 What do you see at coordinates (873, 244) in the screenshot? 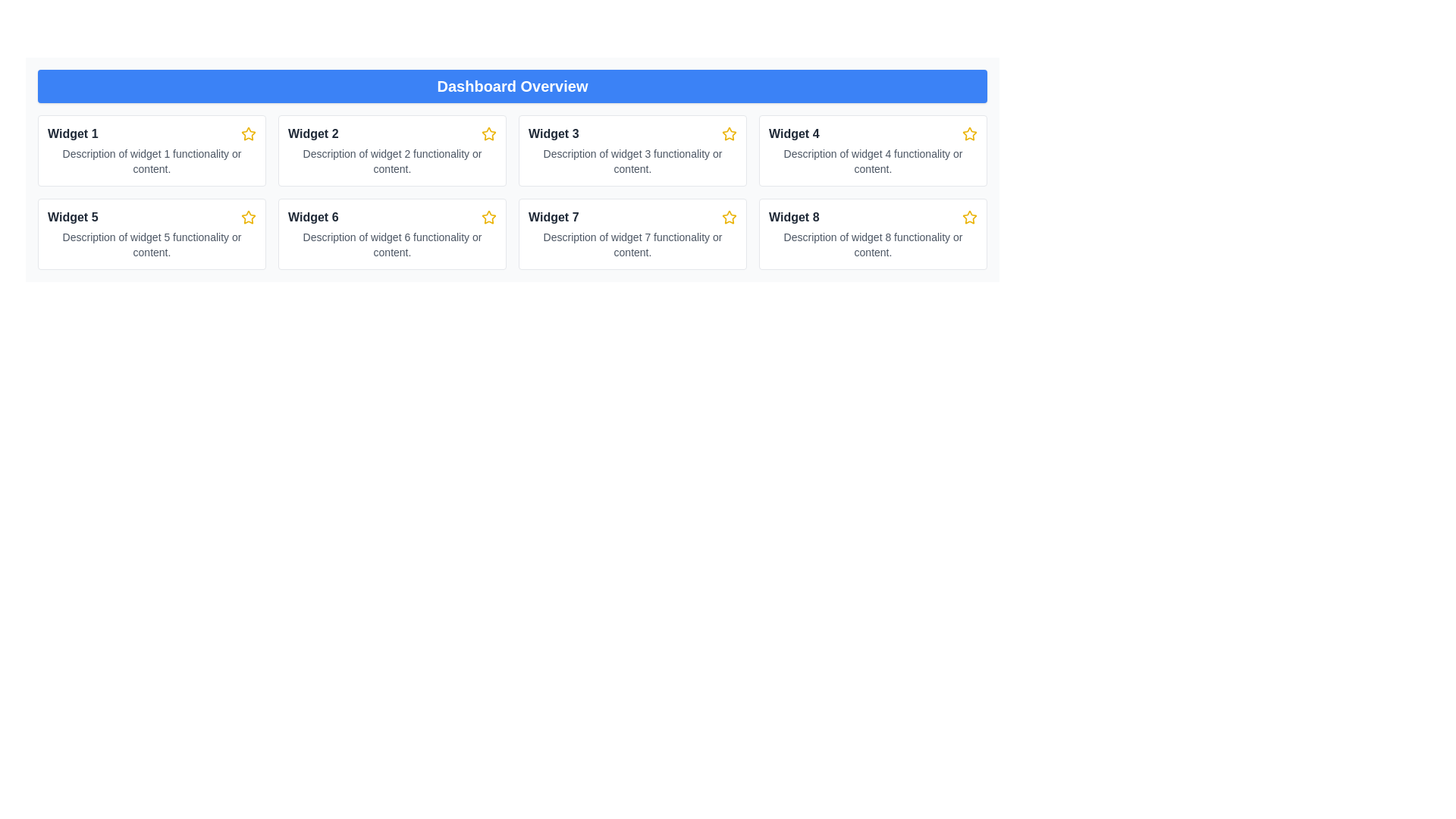
I see `the text element that describes the functionality of Widget 8, located in the Dashboard Overview section below the title 'Widget 8'` at bounding box center [873, 244].